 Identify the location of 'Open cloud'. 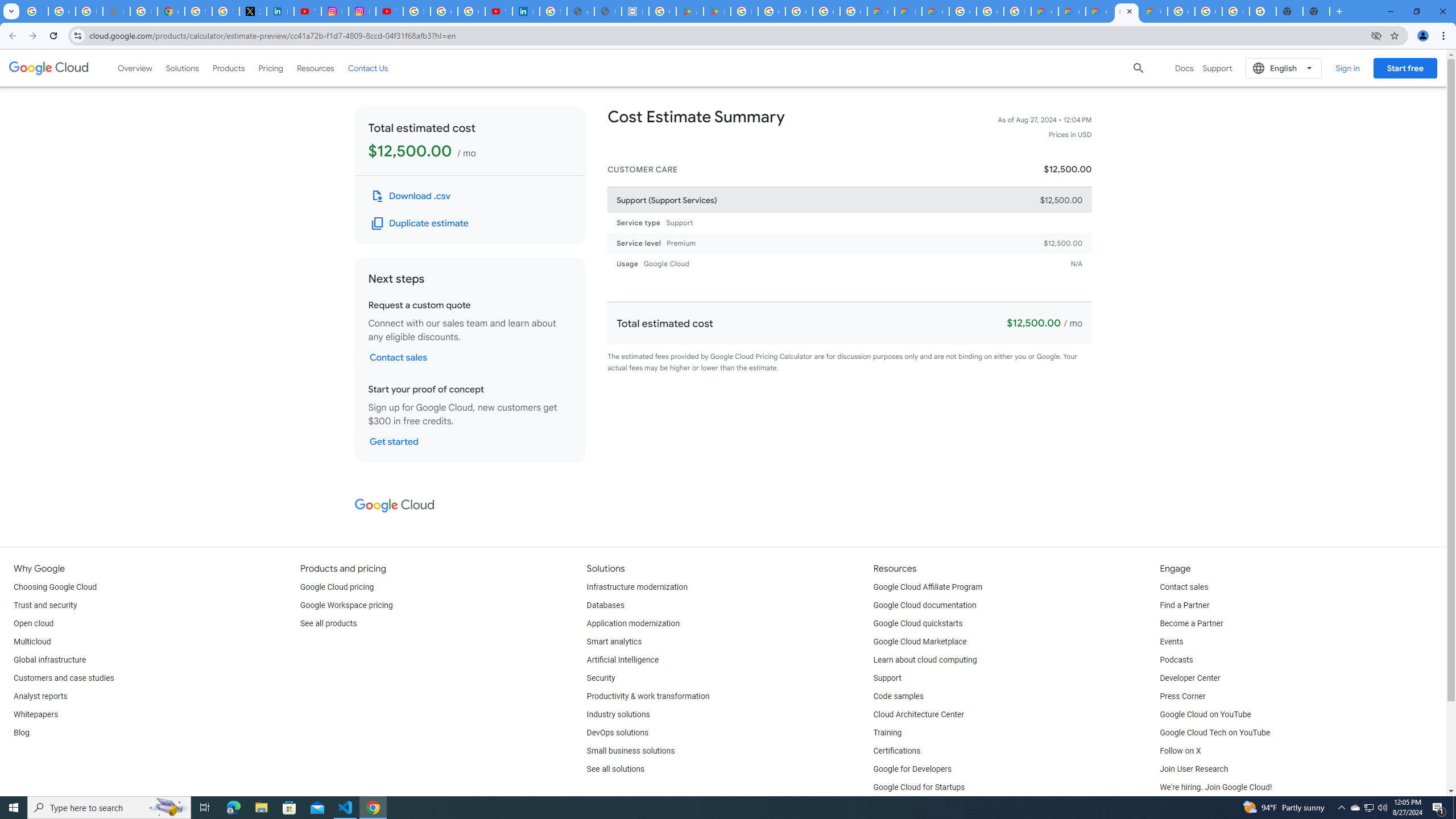
(32, 623).